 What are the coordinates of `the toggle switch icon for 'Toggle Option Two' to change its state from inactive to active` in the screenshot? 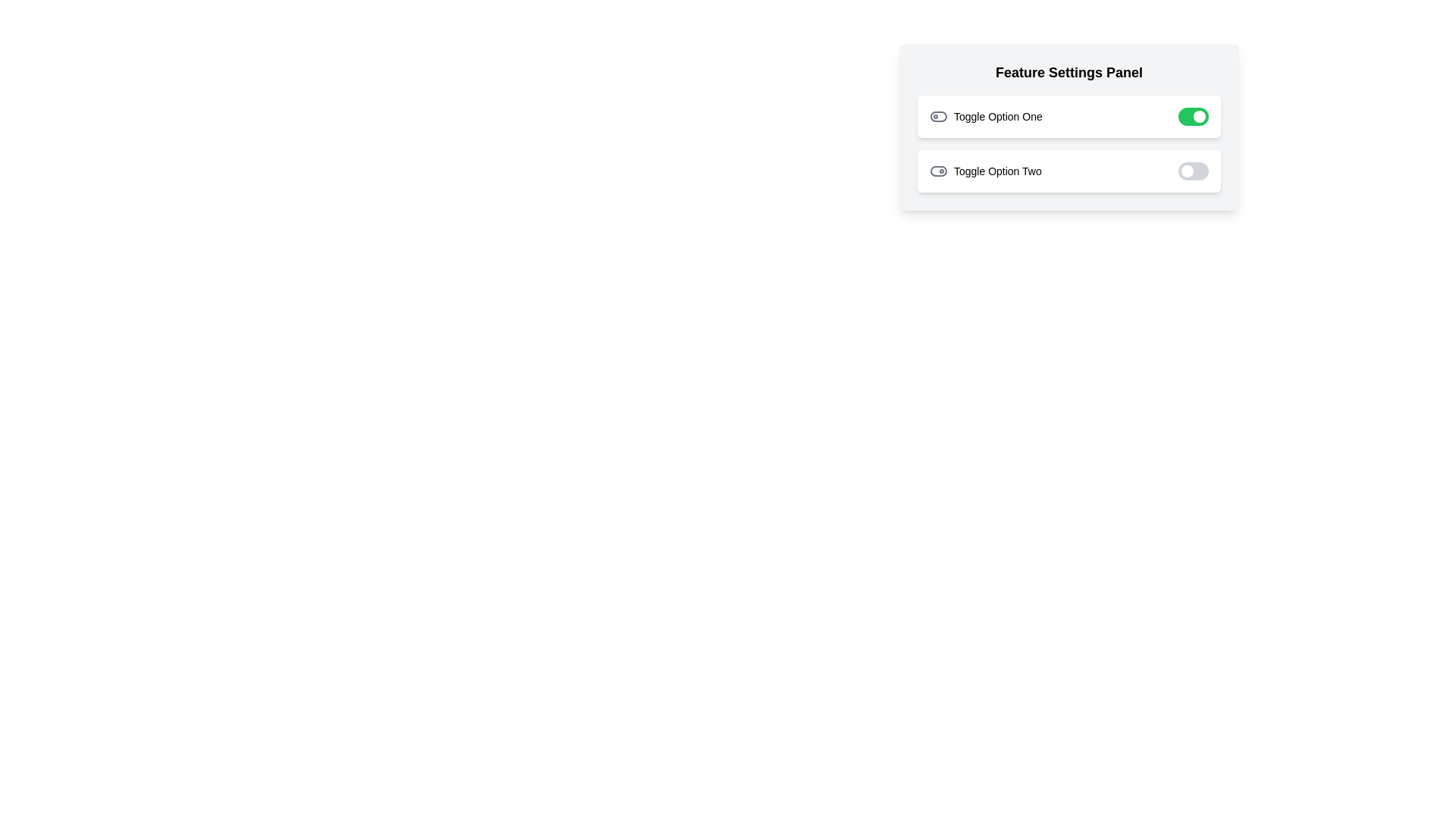 It's located at (938, 171).